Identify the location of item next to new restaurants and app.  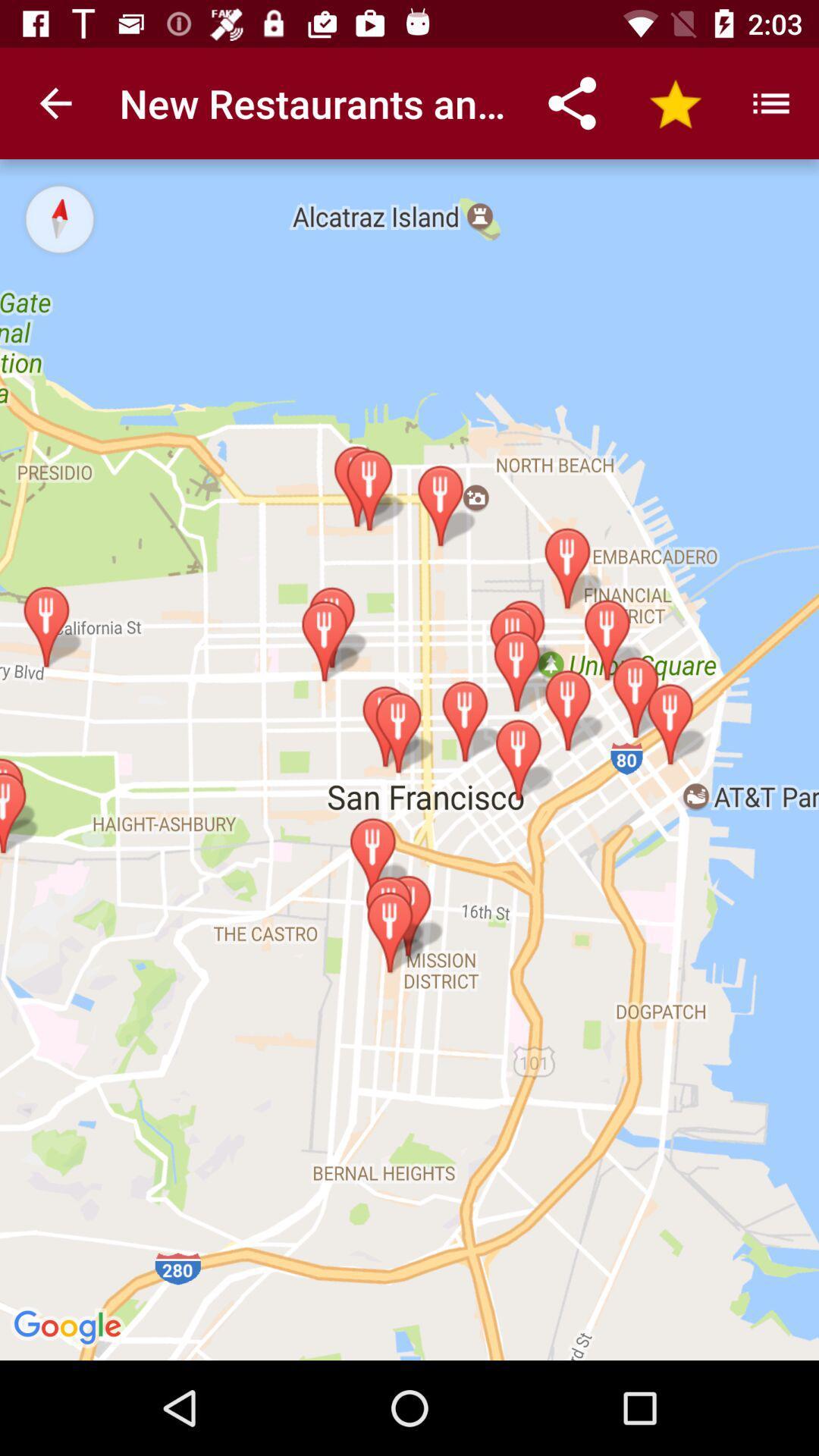
(55, 102).